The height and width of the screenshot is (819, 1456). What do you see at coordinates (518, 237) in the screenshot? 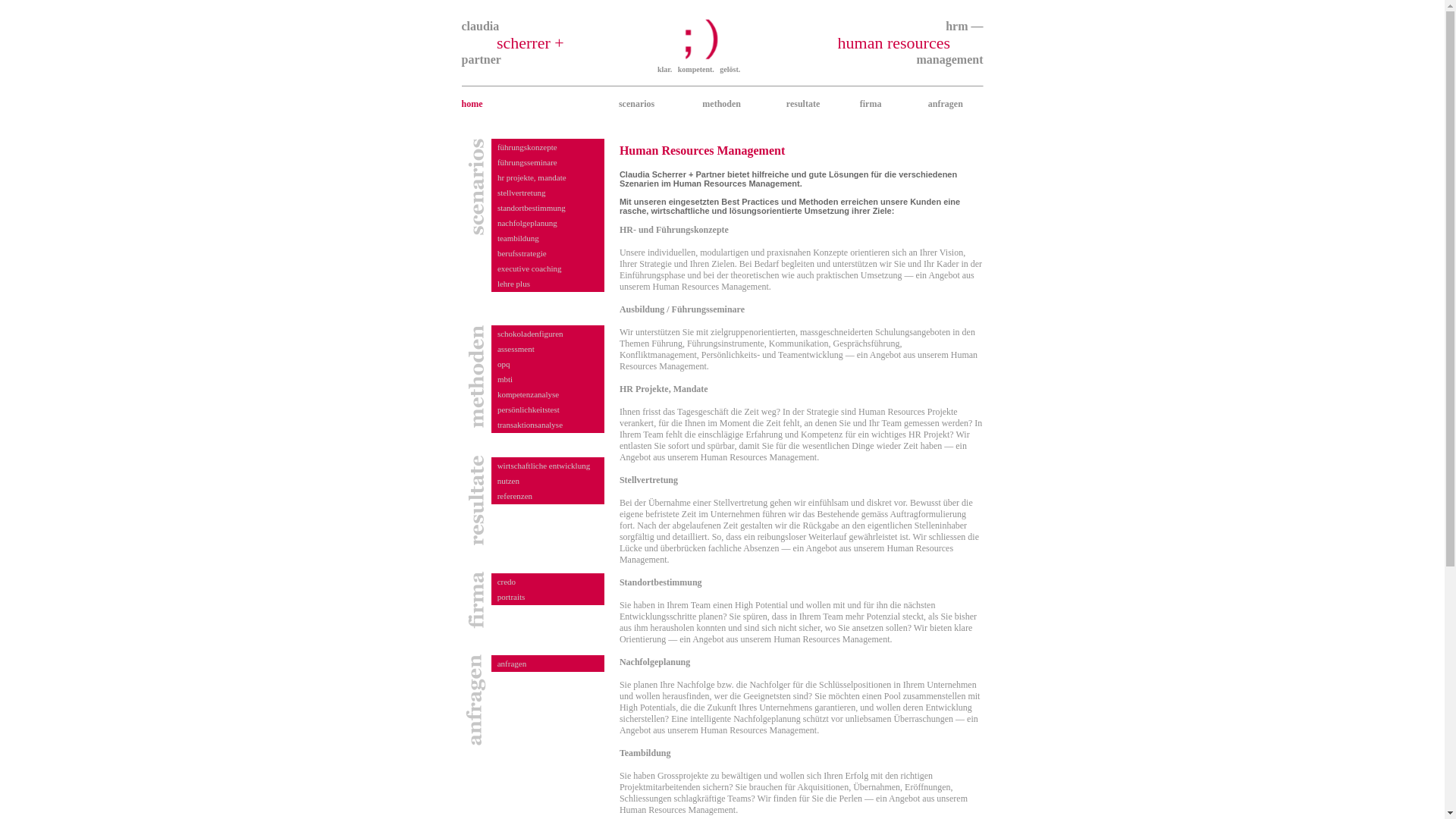
I see `'teambildung'` at bounding box center [518, 237].